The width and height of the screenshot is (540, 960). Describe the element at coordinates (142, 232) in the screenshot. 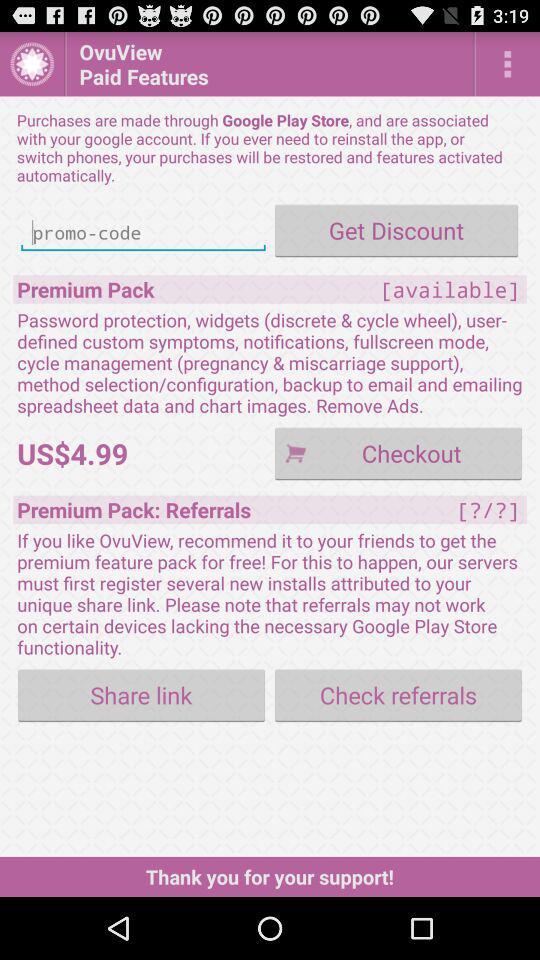

I see `promo code entry` at that location.